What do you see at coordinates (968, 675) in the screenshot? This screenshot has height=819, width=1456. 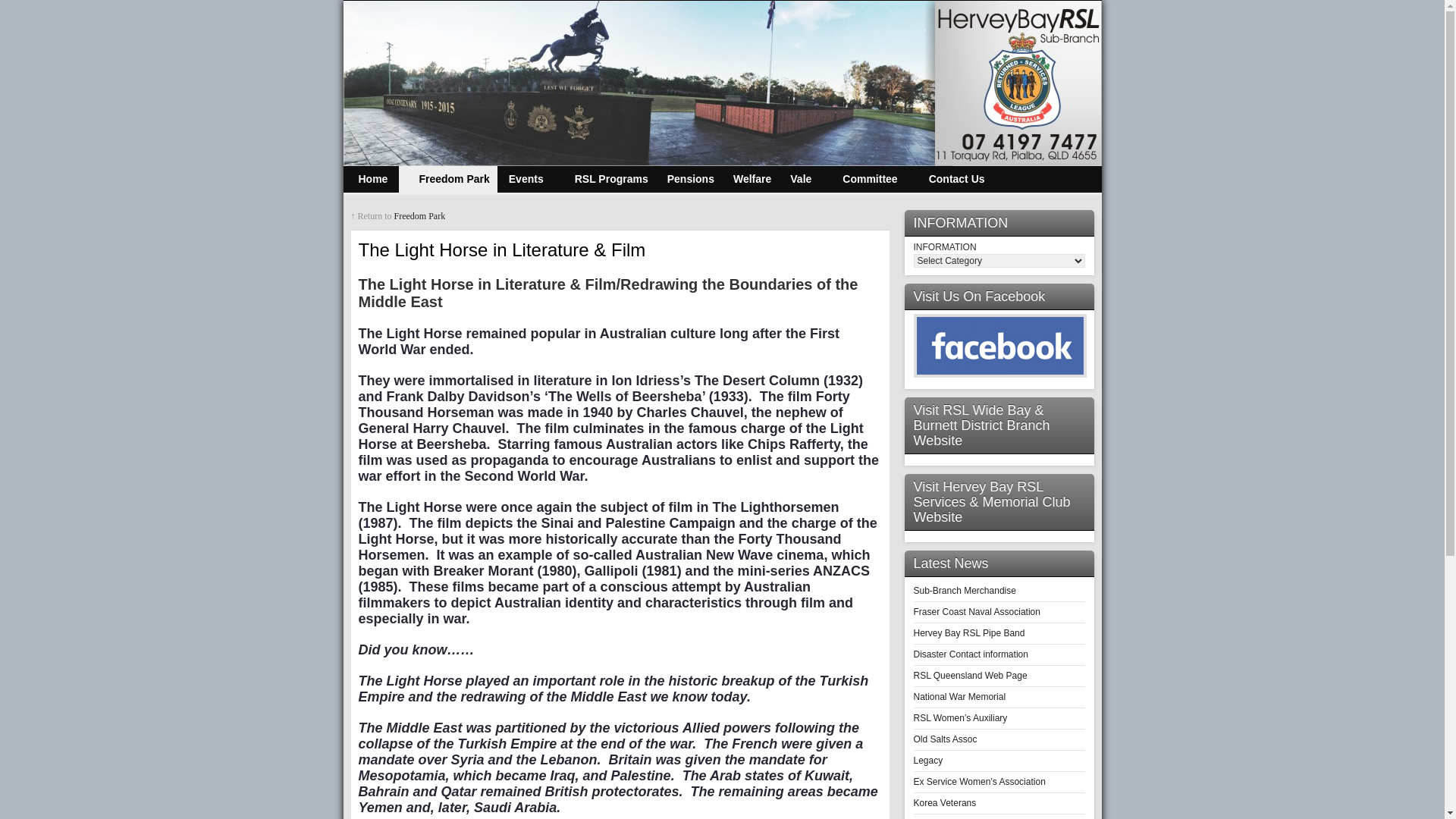 I see `'RSL Queensland Web Page'` at bounding box center [968, 675].